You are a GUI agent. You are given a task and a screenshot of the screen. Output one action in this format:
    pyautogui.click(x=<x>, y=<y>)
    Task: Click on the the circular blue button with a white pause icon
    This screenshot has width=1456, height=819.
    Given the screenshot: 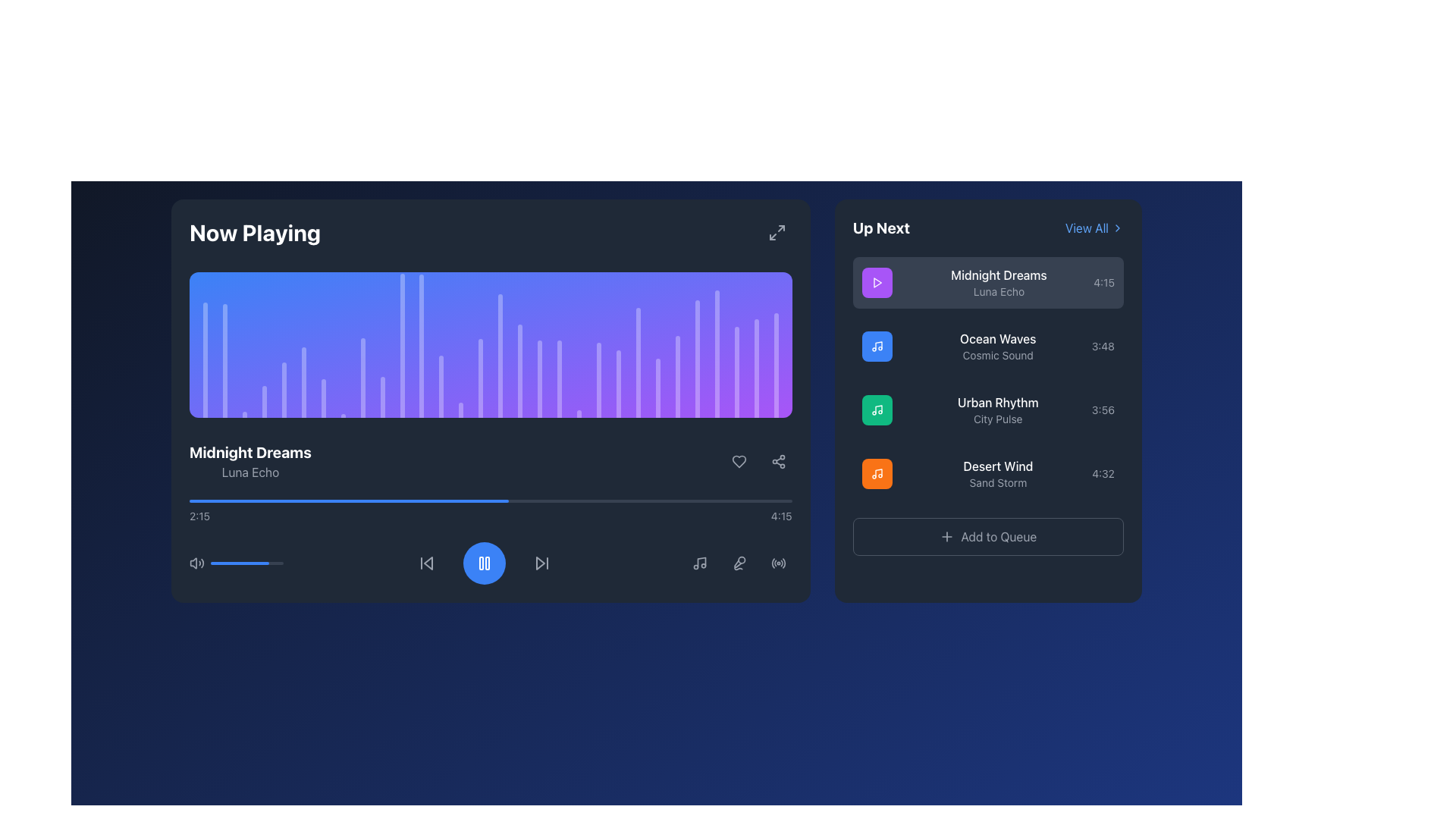 What is the action you would take?
    pyautogui.click(x=484, y=563)
    